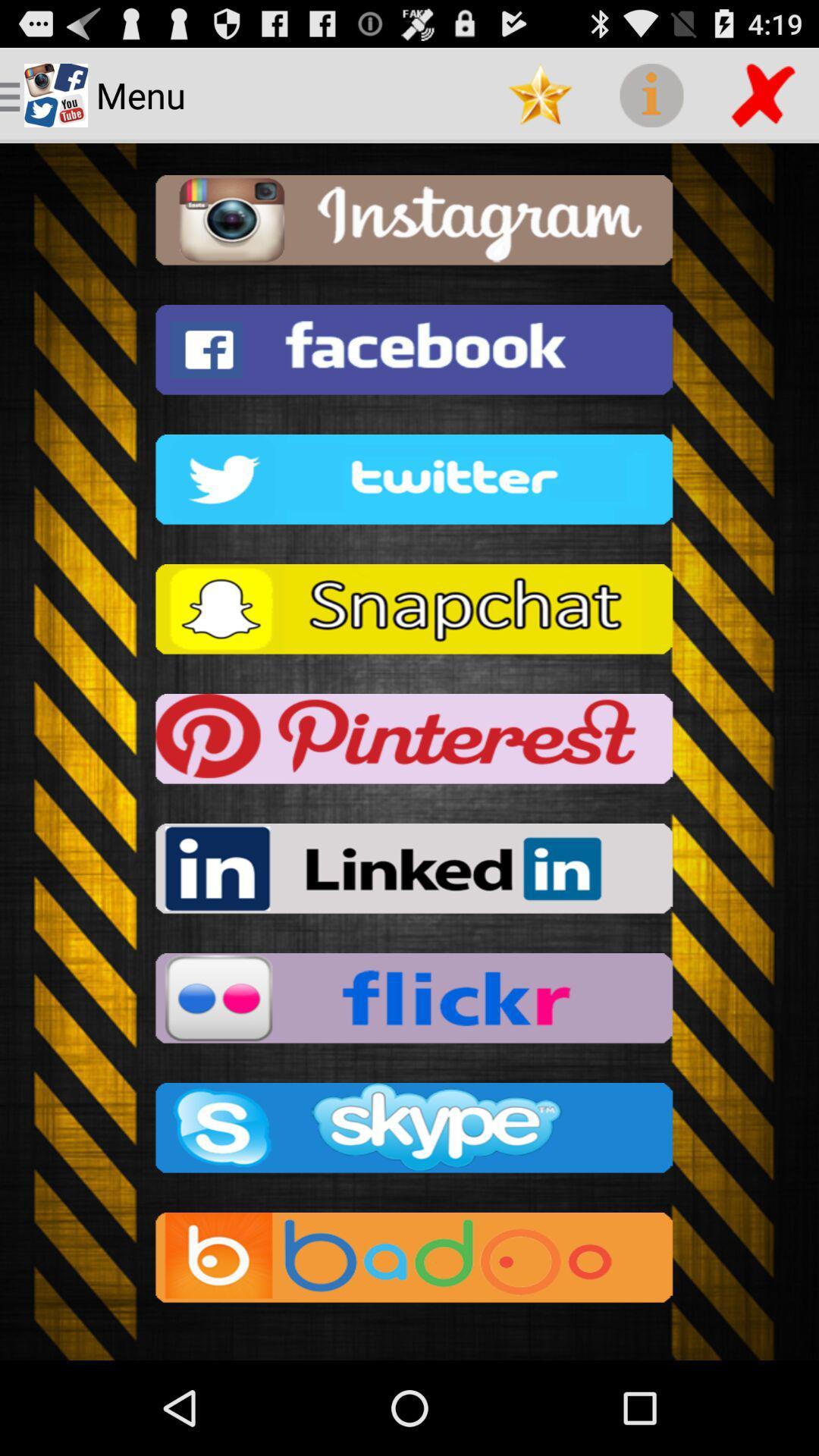  I want to click on click instagram option, so click(409, 224).